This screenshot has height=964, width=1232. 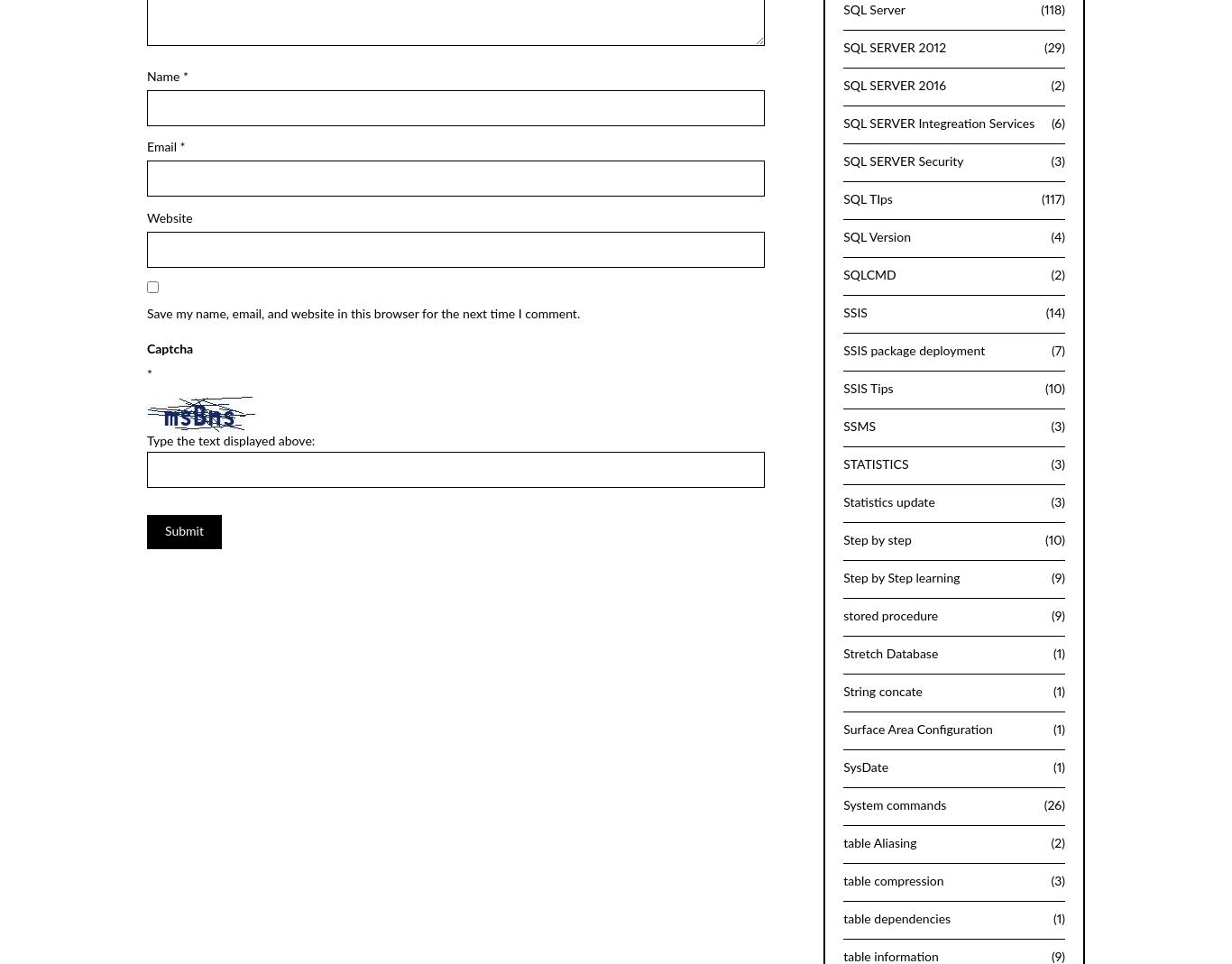 I want to click on 'Step by Step learning', so click(x=901, y=577).